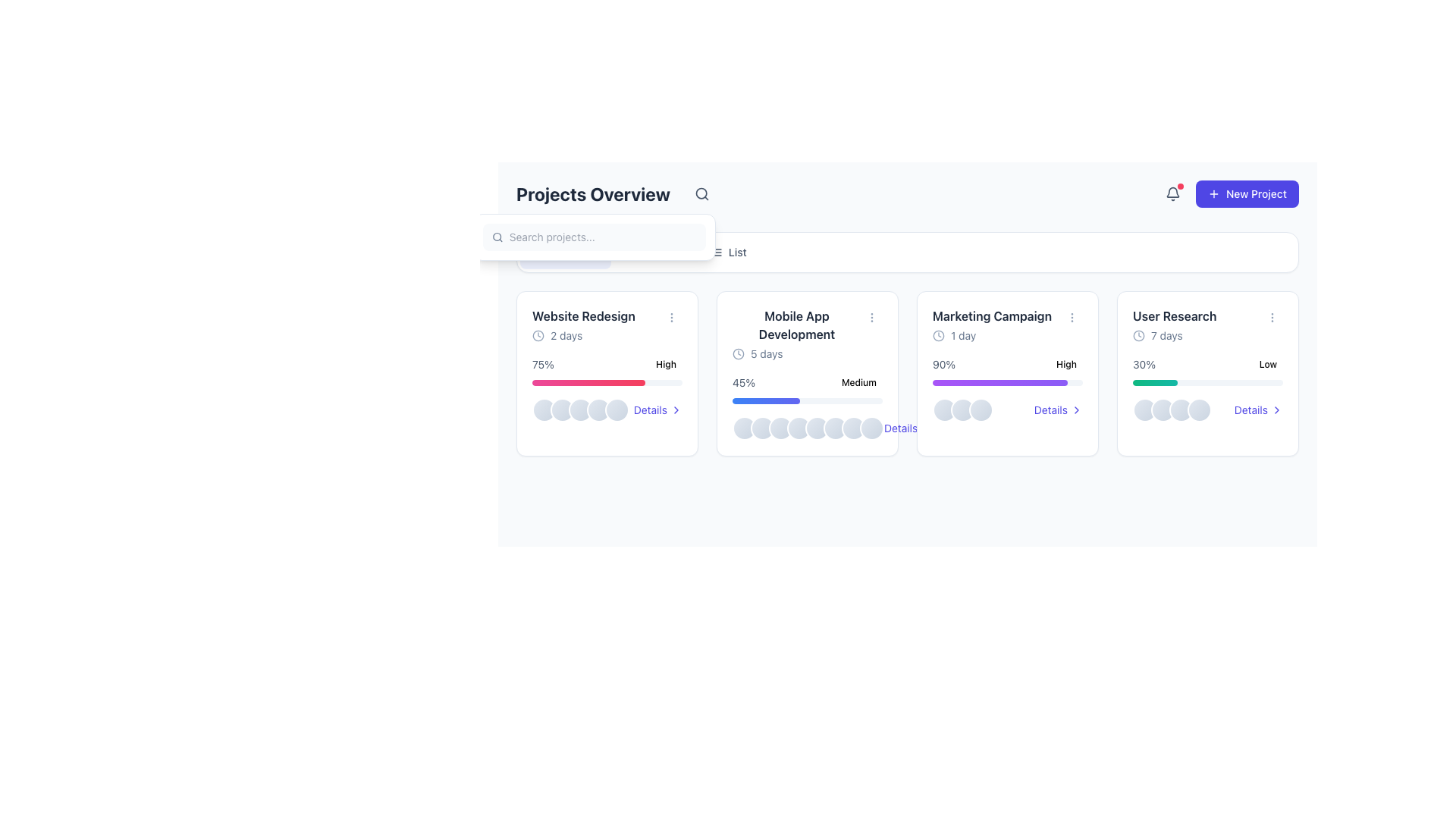 This screenshot has height=819, width=1456. I want to click on the project title text block located in the top-left section of the first project card, so click(582, 324).